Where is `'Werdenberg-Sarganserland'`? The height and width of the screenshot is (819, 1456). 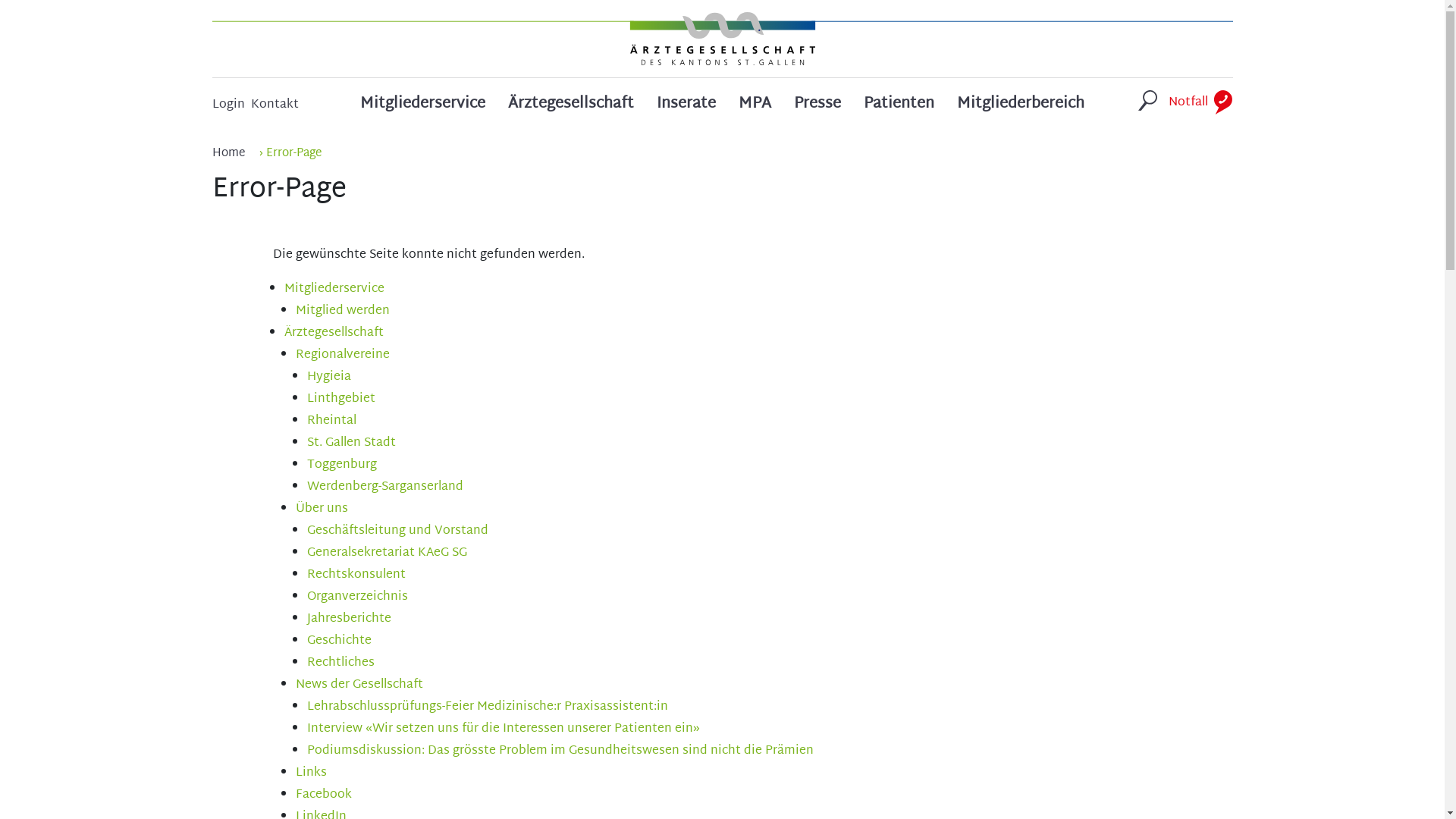
'Werdenberg-Sarganserland' is located at coordinates (384, 487).